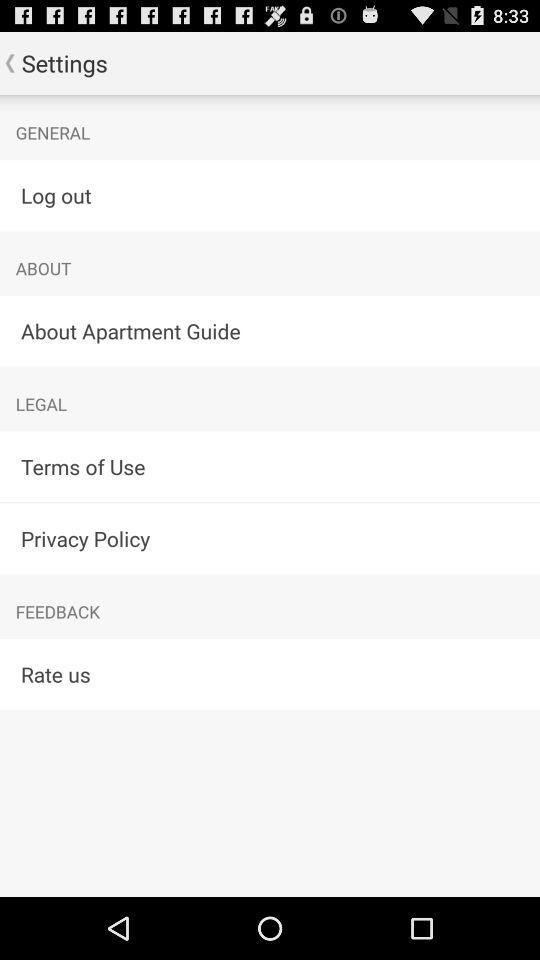 The height and width of the screenshot is (960, 540). I want to click on the about apartment guide, so click(270, 330).